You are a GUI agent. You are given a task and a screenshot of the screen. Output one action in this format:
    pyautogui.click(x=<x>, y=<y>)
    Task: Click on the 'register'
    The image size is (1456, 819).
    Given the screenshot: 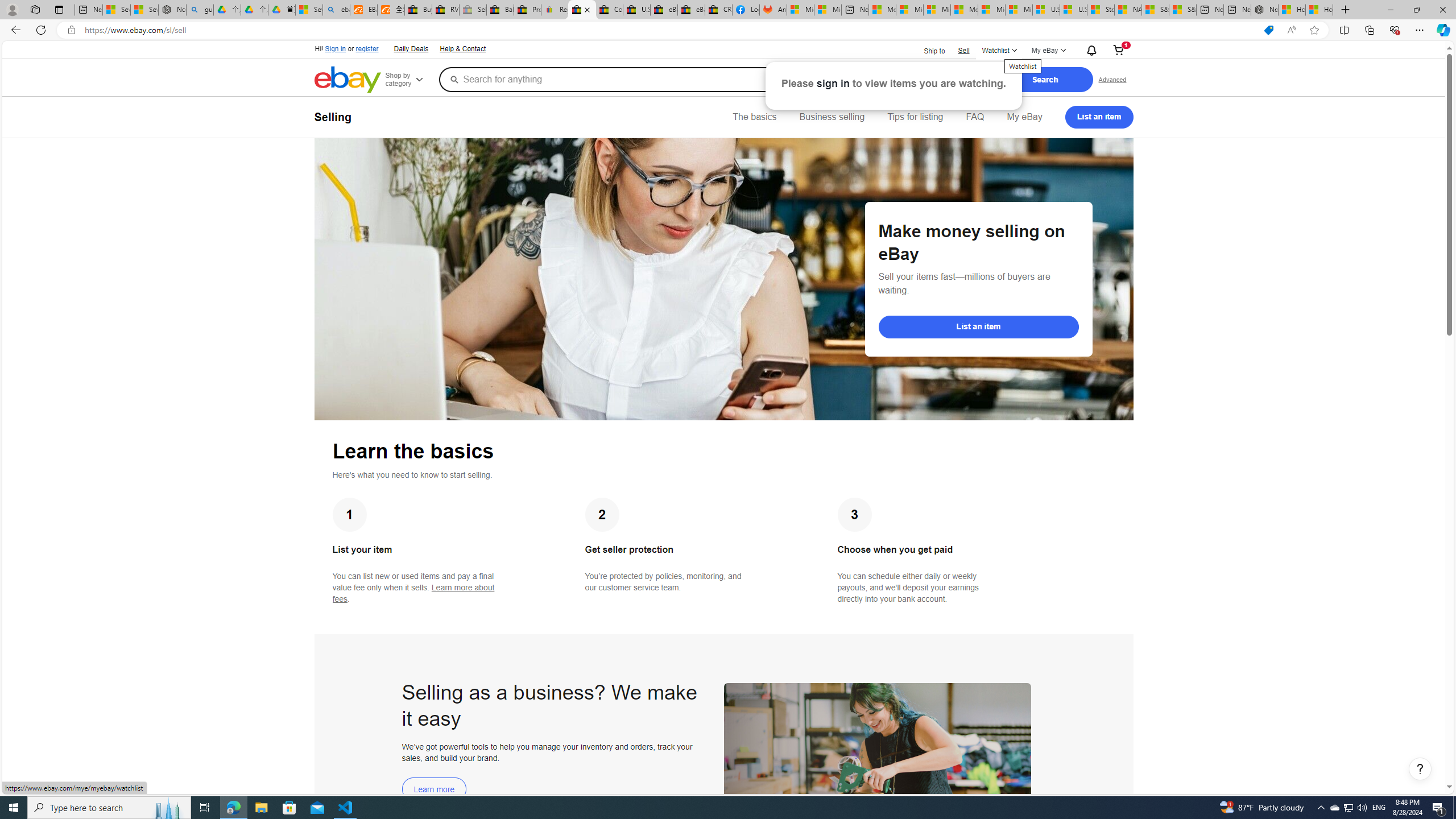 What is the action you would take?
    pyautogui.click(x=366, y=48)
    